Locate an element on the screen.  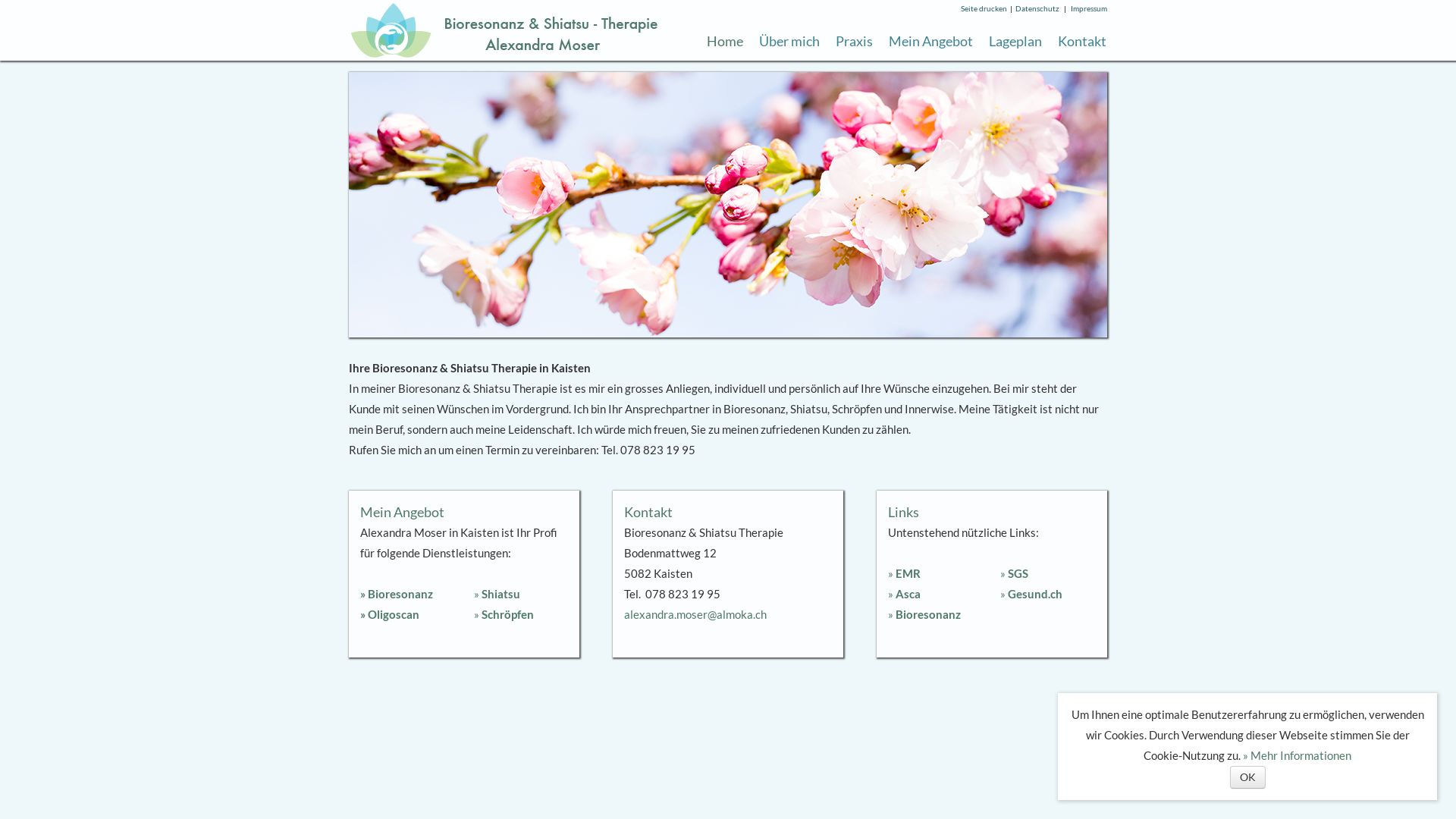
'Home' is located at coordinates (705, 40).